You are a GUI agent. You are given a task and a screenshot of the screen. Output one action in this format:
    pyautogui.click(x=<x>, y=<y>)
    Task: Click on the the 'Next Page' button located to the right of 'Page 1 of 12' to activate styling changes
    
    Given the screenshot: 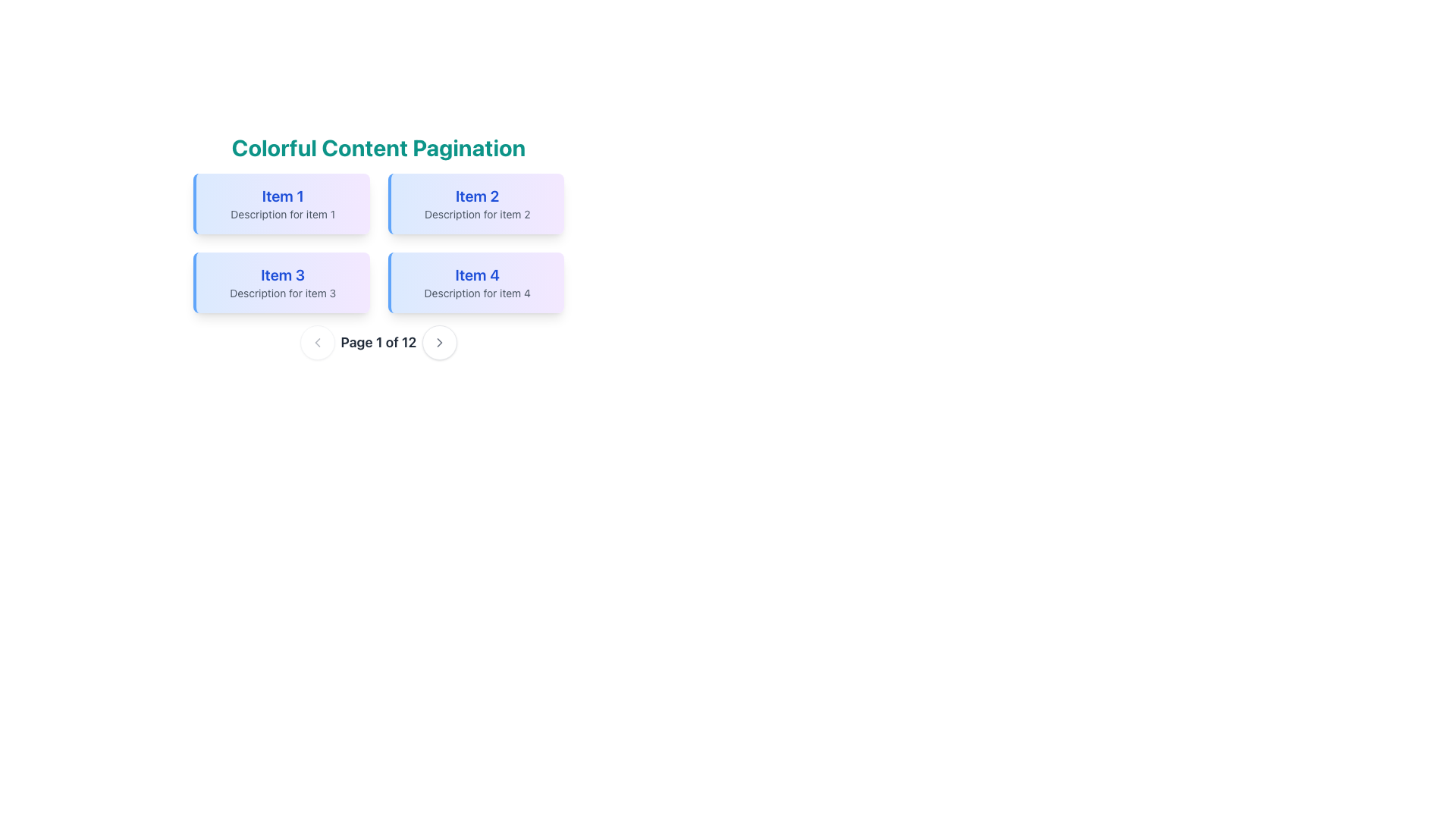 What is the action you would take?
    pyautogui.click(x=439, y=342)
    